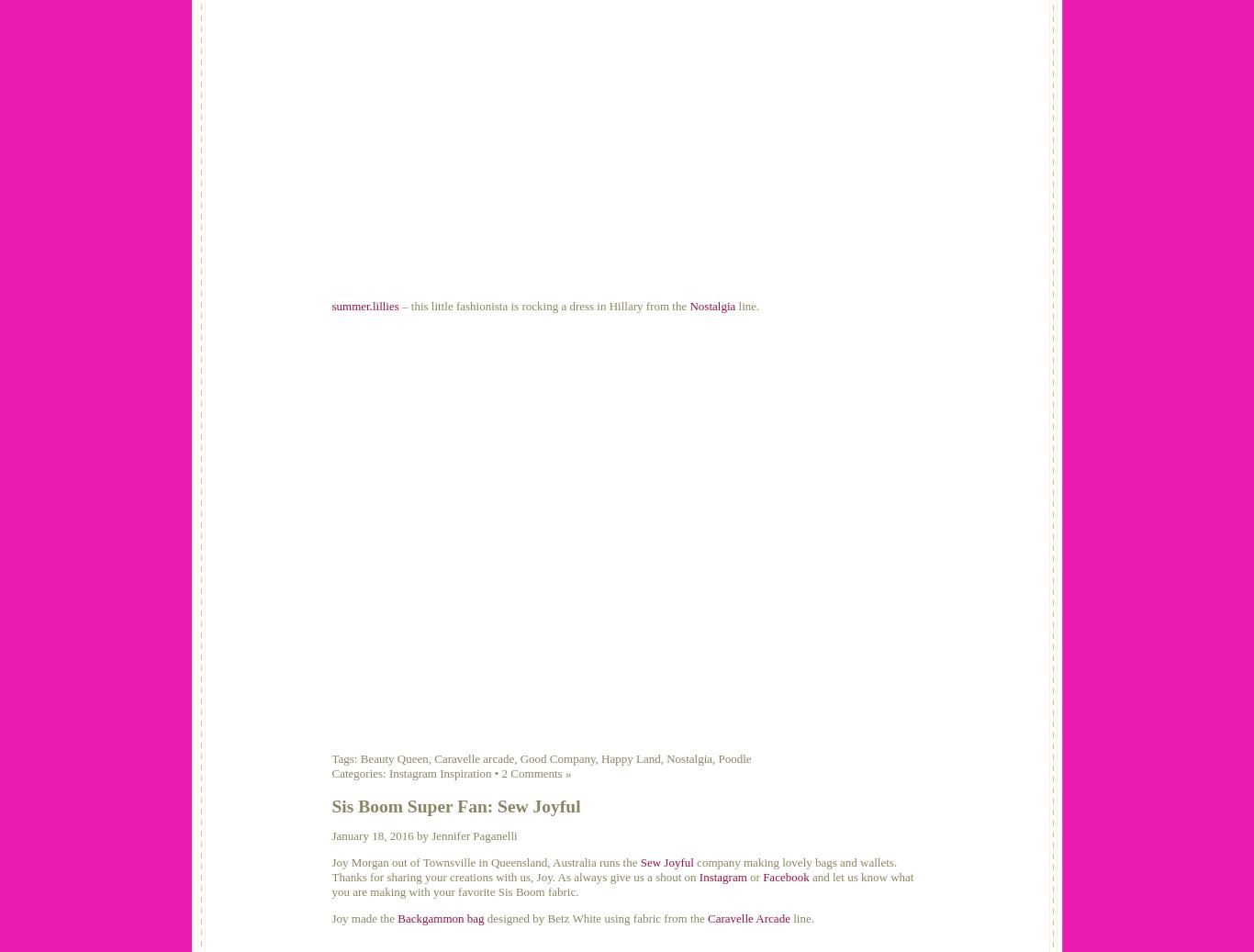 The width and height of the screenshot is (1254, 952). I want to click on 'Joy made the', so click(363, 917).